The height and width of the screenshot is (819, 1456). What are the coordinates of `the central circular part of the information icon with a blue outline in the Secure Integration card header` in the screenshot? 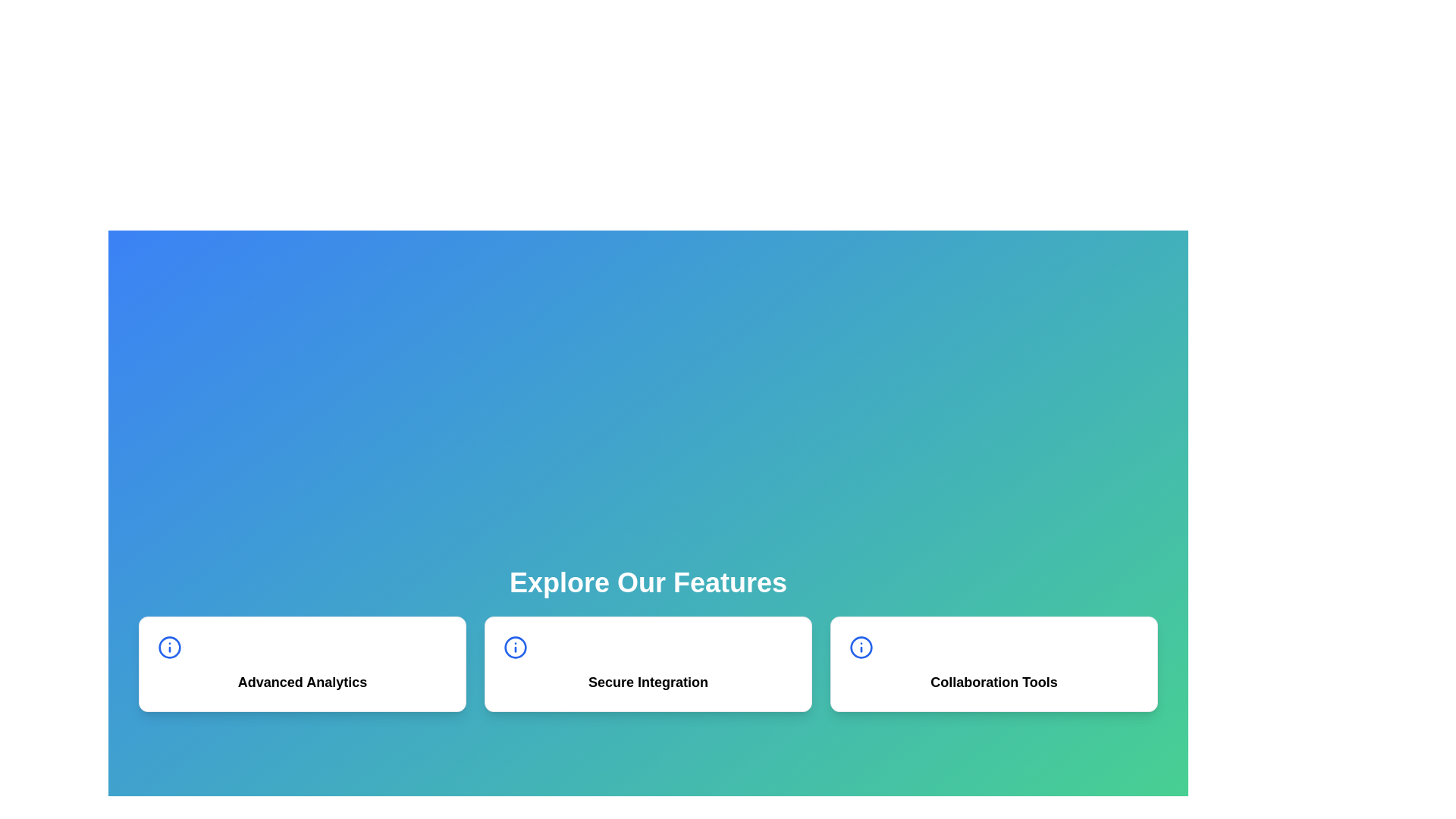 It's located at (516, 647).